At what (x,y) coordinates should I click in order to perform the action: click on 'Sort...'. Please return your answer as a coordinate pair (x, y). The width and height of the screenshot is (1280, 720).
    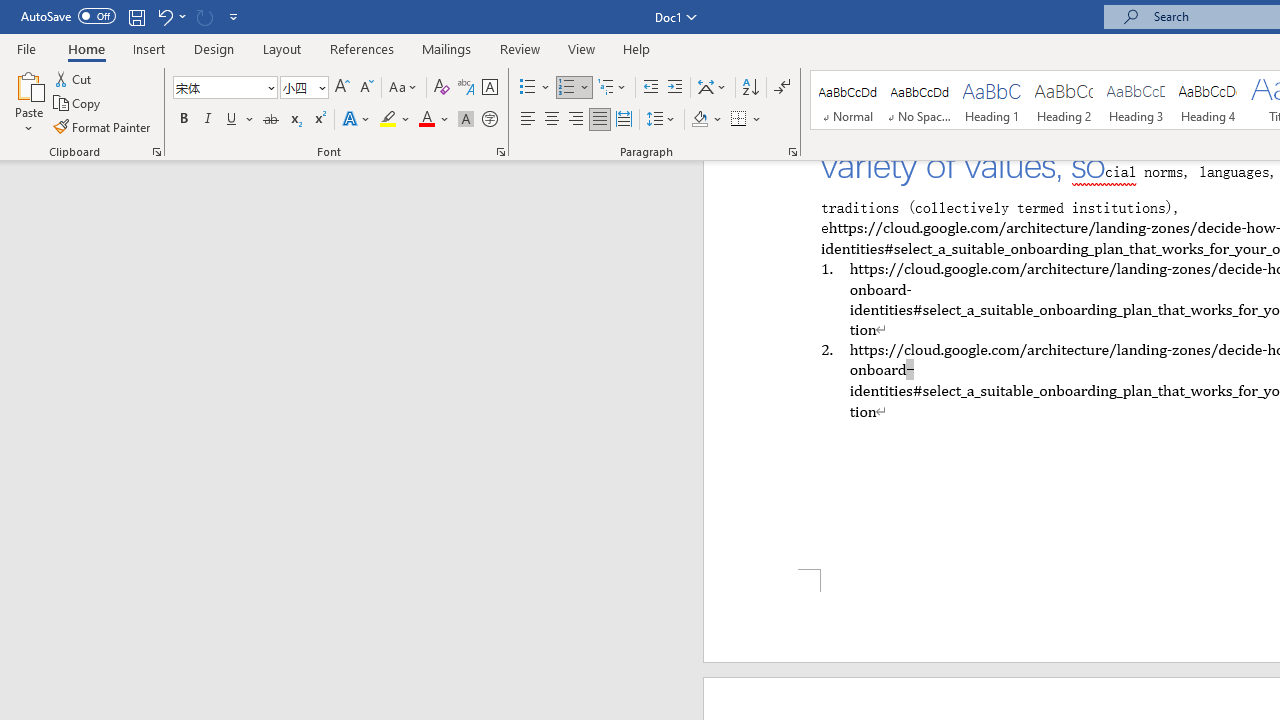
    Looking at the image, I should click on (749, 86).